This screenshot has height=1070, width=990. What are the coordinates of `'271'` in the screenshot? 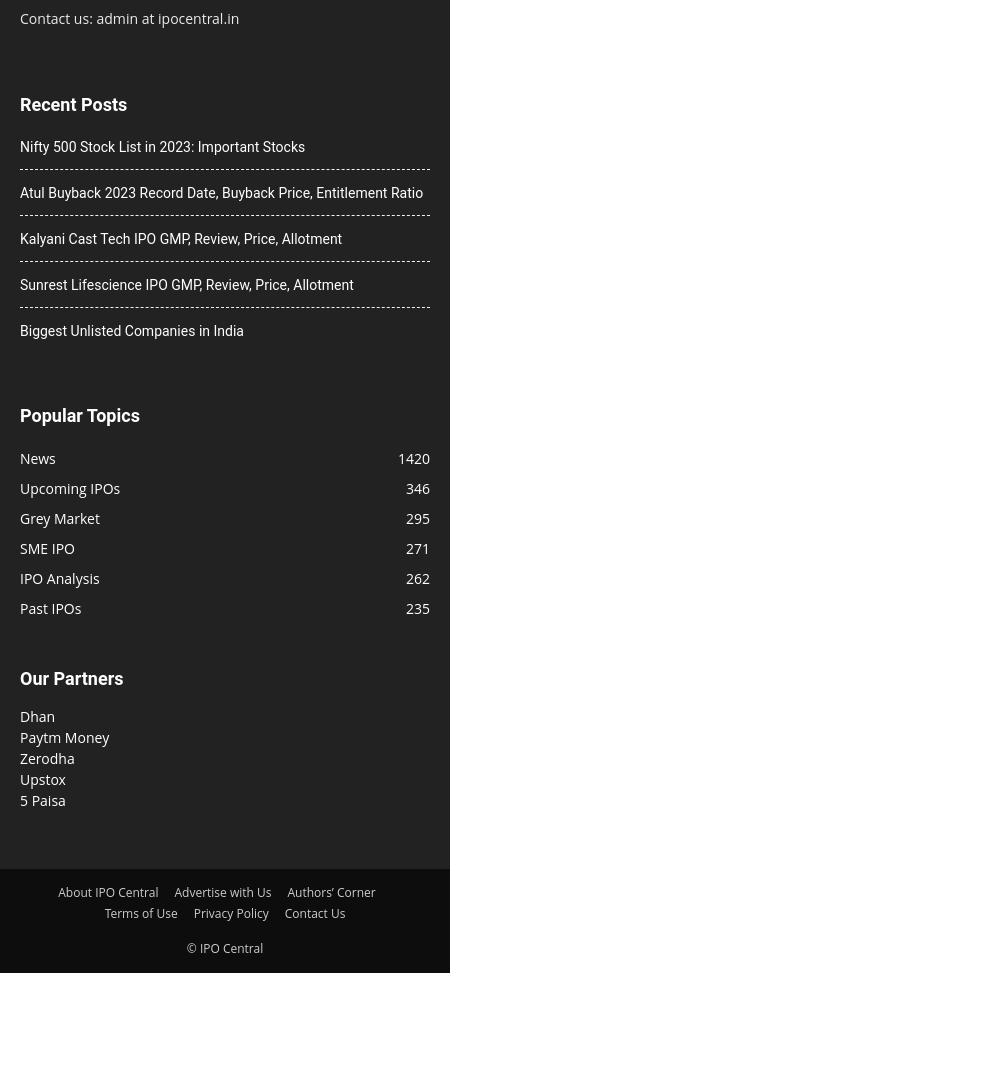 It's located at (404, 546).